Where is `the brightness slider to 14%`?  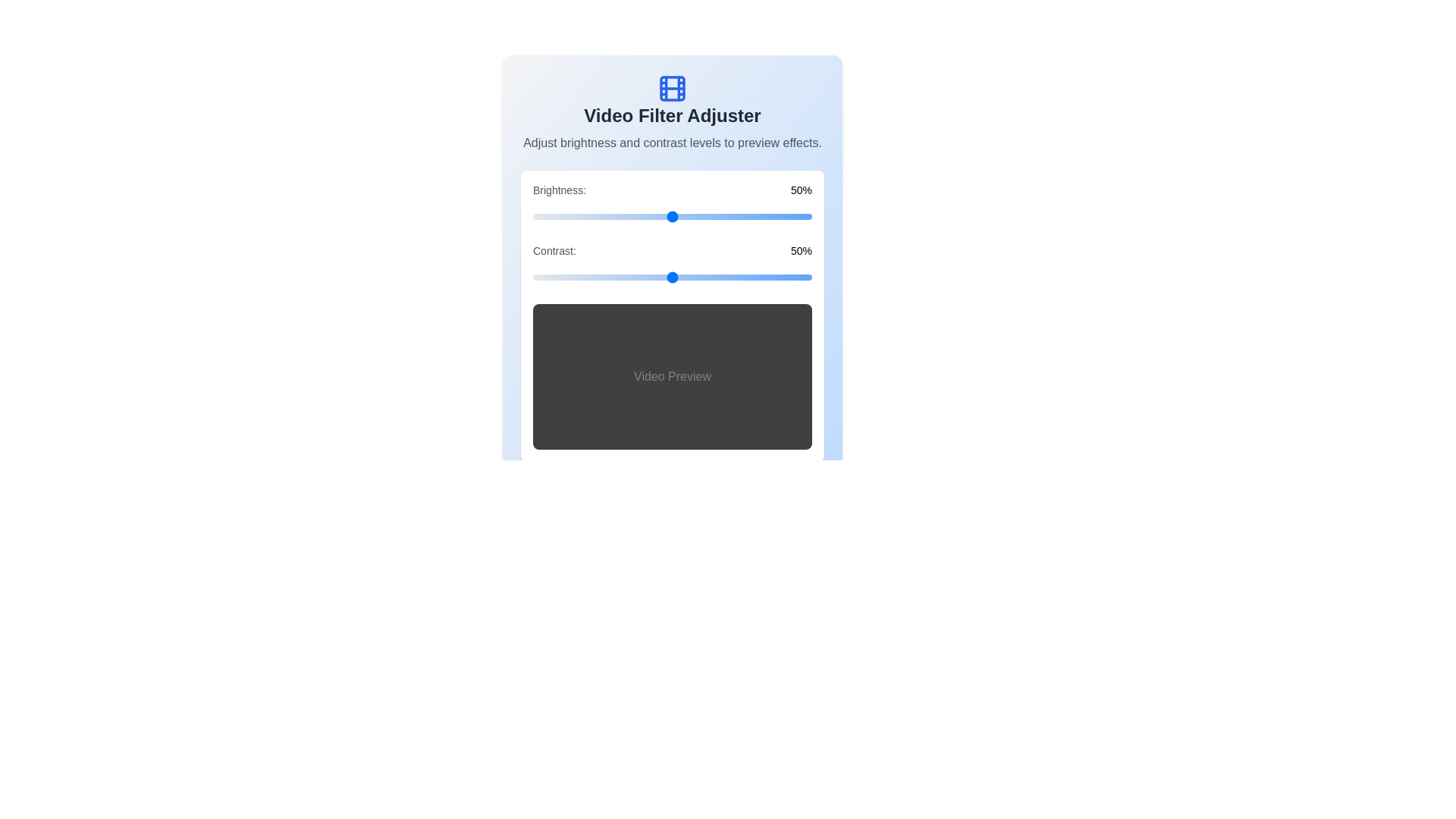
the brightness slider to 14% is located at coordinates (571, 216).